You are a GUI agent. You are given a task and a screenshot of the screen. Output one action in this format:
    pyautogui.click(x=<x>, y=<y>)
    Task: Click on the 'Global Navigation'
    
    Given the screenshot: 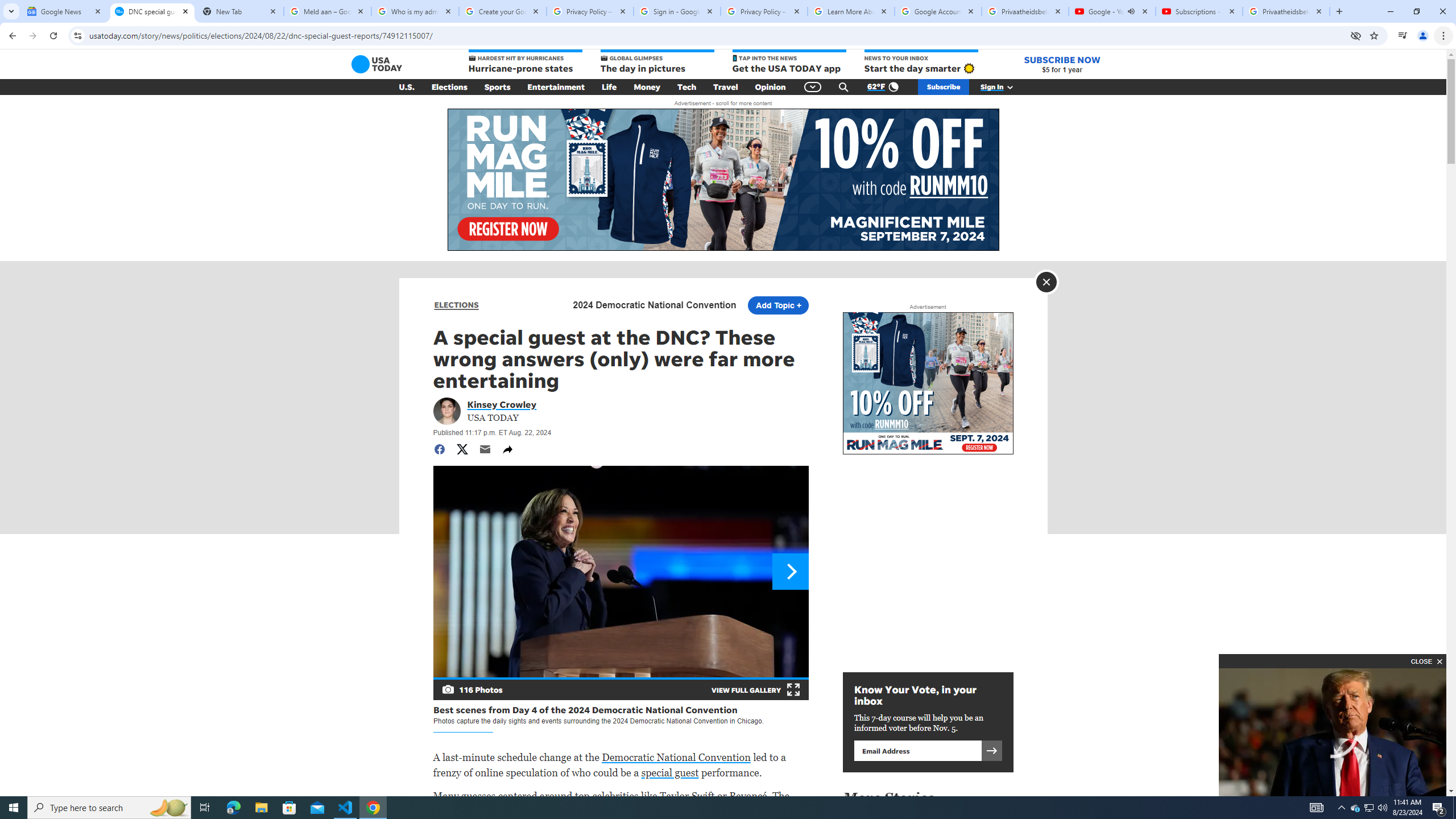 What is the action you would take?
    pyautogui.click(x=812, y=87)
    